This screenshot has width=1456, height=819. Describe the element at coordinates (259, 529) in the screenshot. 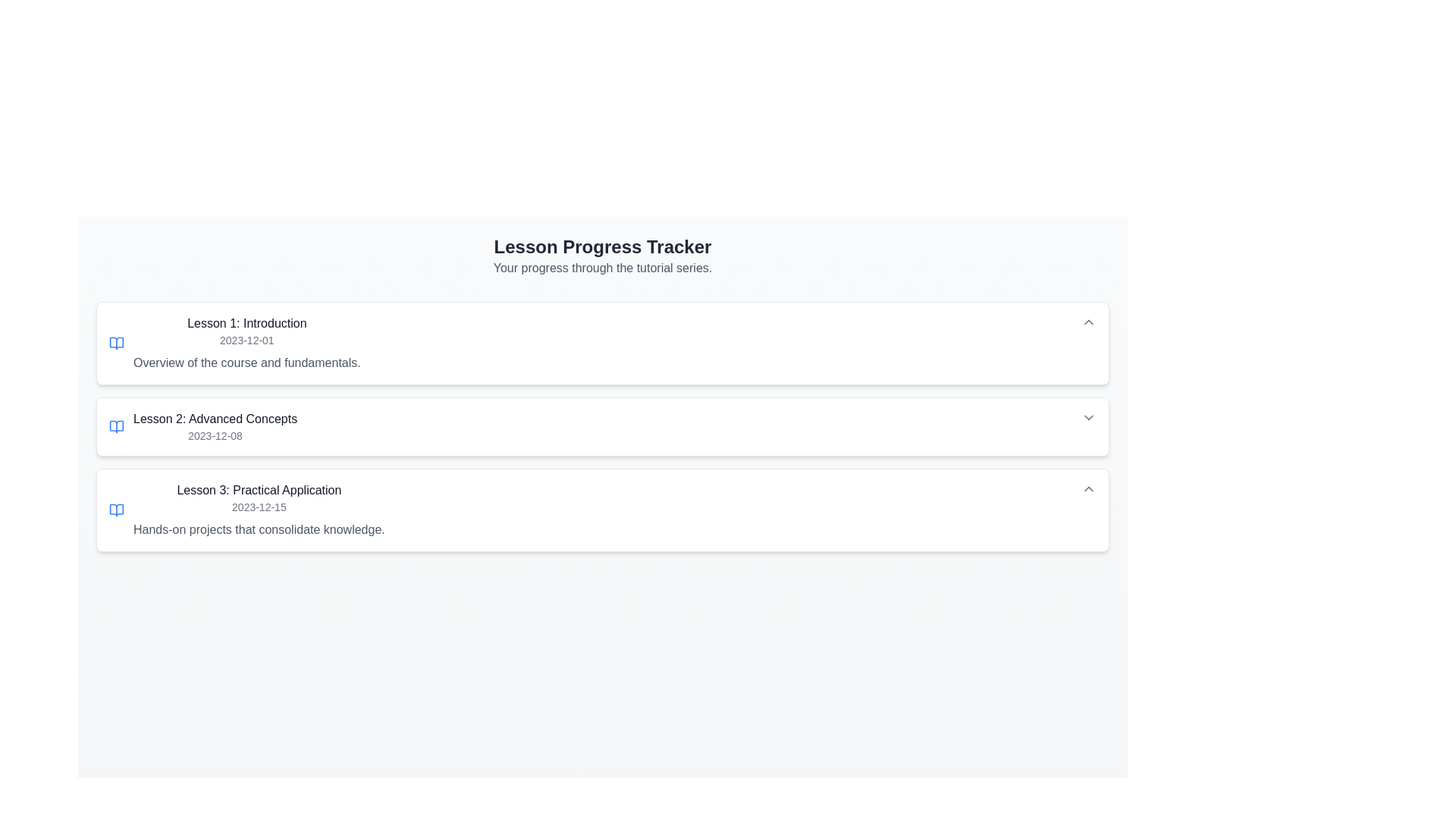

I see `the static text element that provides a description about the lesson focusing on practical application, located below 'Lesson 3: Practical Application' and '2023-12-15'` at that location.